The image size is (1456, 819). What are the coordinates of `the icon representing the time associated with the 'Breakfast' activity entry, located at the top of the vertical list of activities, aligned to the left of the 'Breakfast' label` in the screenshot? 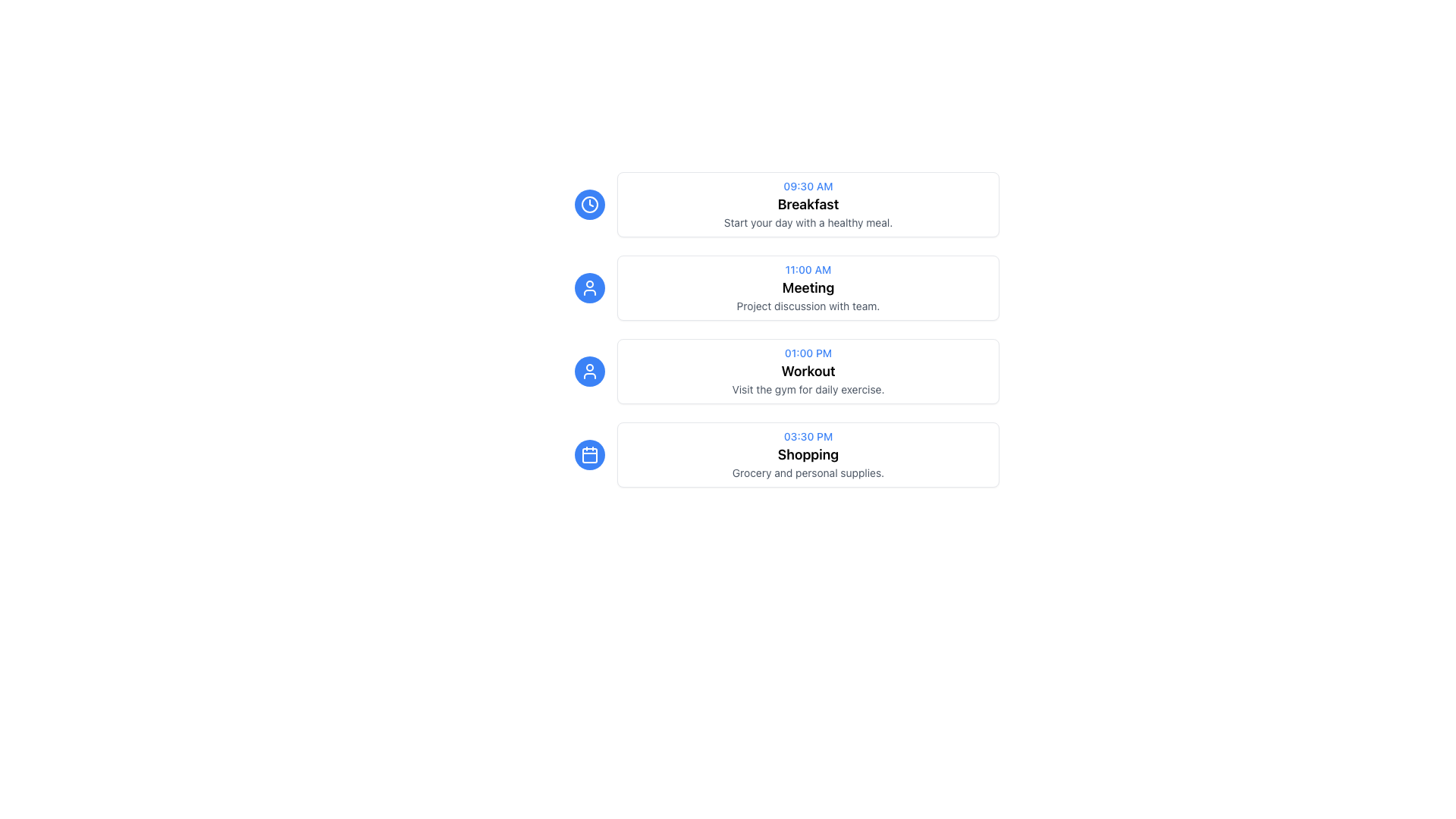 It's located at (588, 205).